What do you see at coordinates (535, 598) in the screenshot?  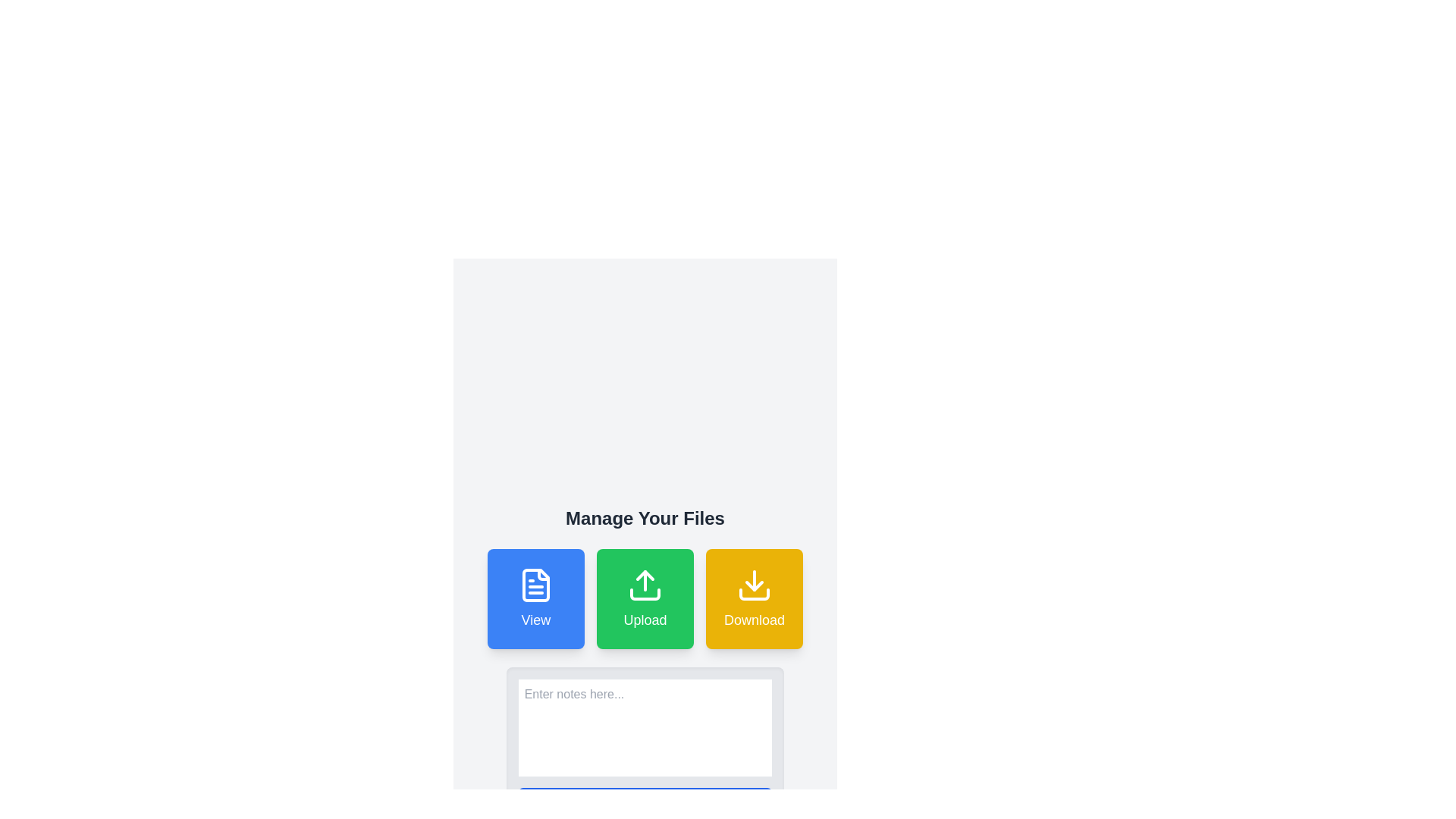 I see `the far left button in the 'Manage Your Files' section` at bounding box center [535, 598].